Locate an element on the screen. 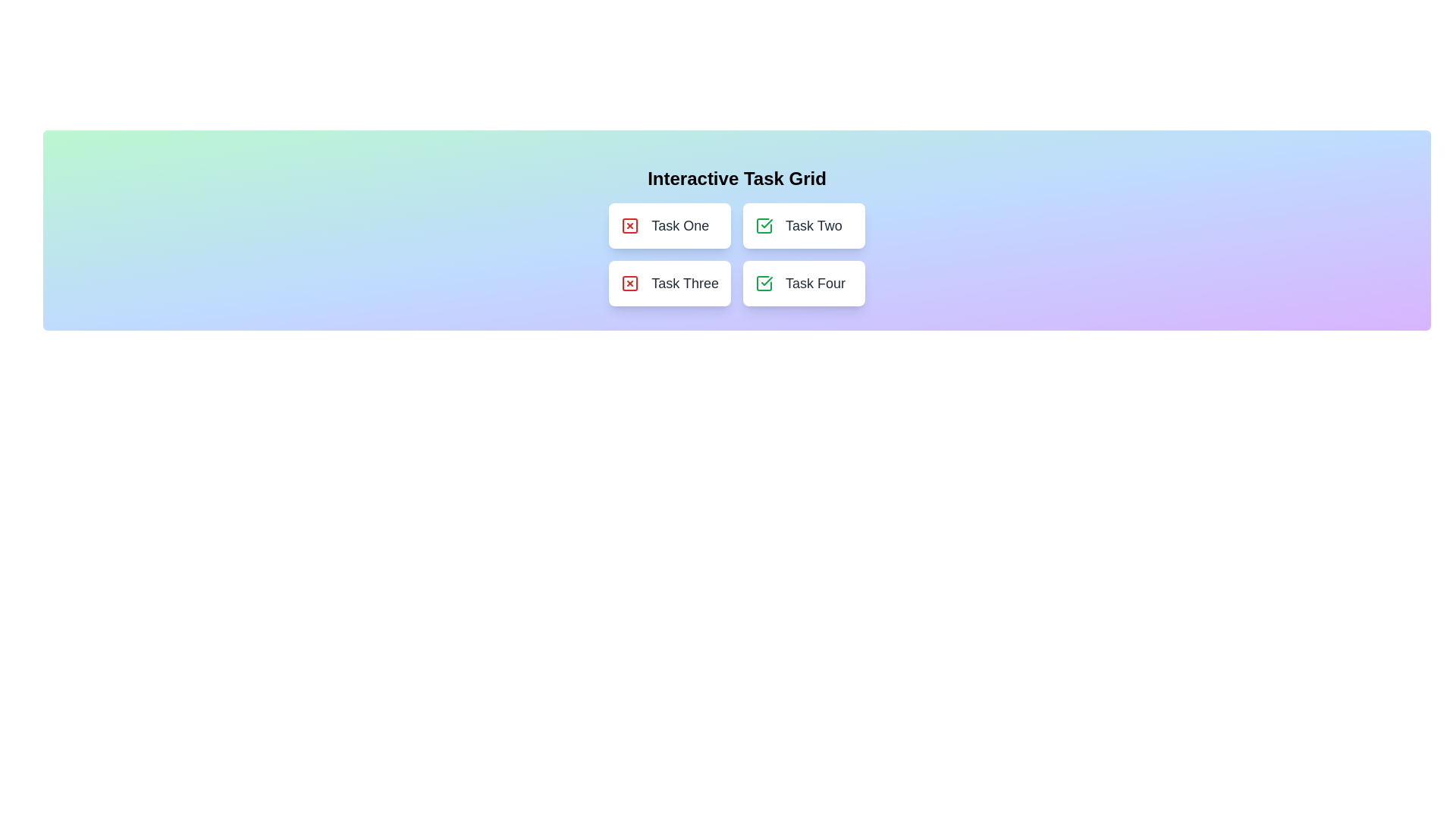  the button corresponding to Task One to toggle its status is located at coordinates (669, 225).